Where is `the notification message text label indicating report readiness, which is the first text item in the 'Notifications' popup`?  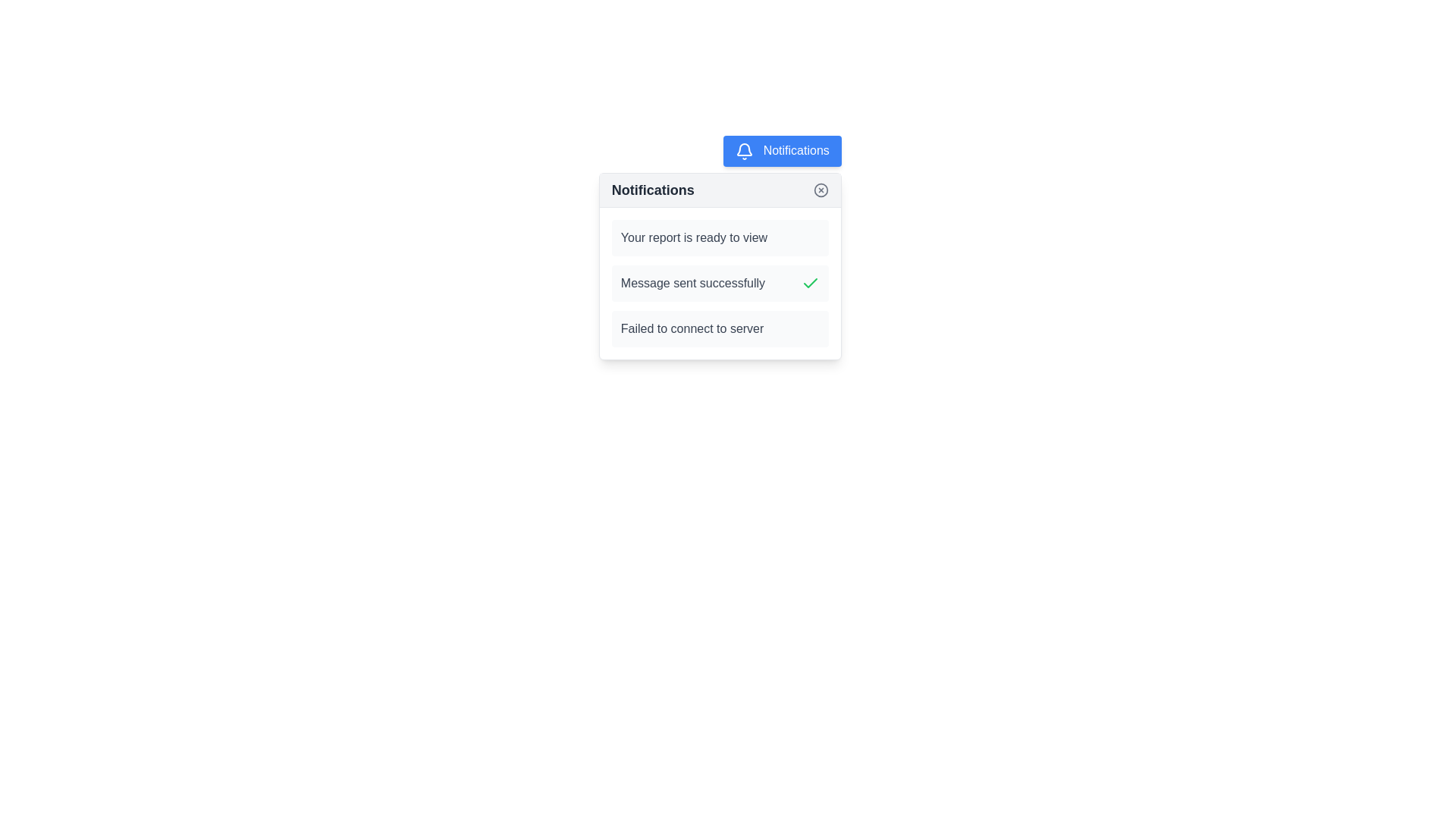
the notification message text label indicating report readiness, which is the first text item in the 'Notifications' popup is located at coordinates (693, 237).